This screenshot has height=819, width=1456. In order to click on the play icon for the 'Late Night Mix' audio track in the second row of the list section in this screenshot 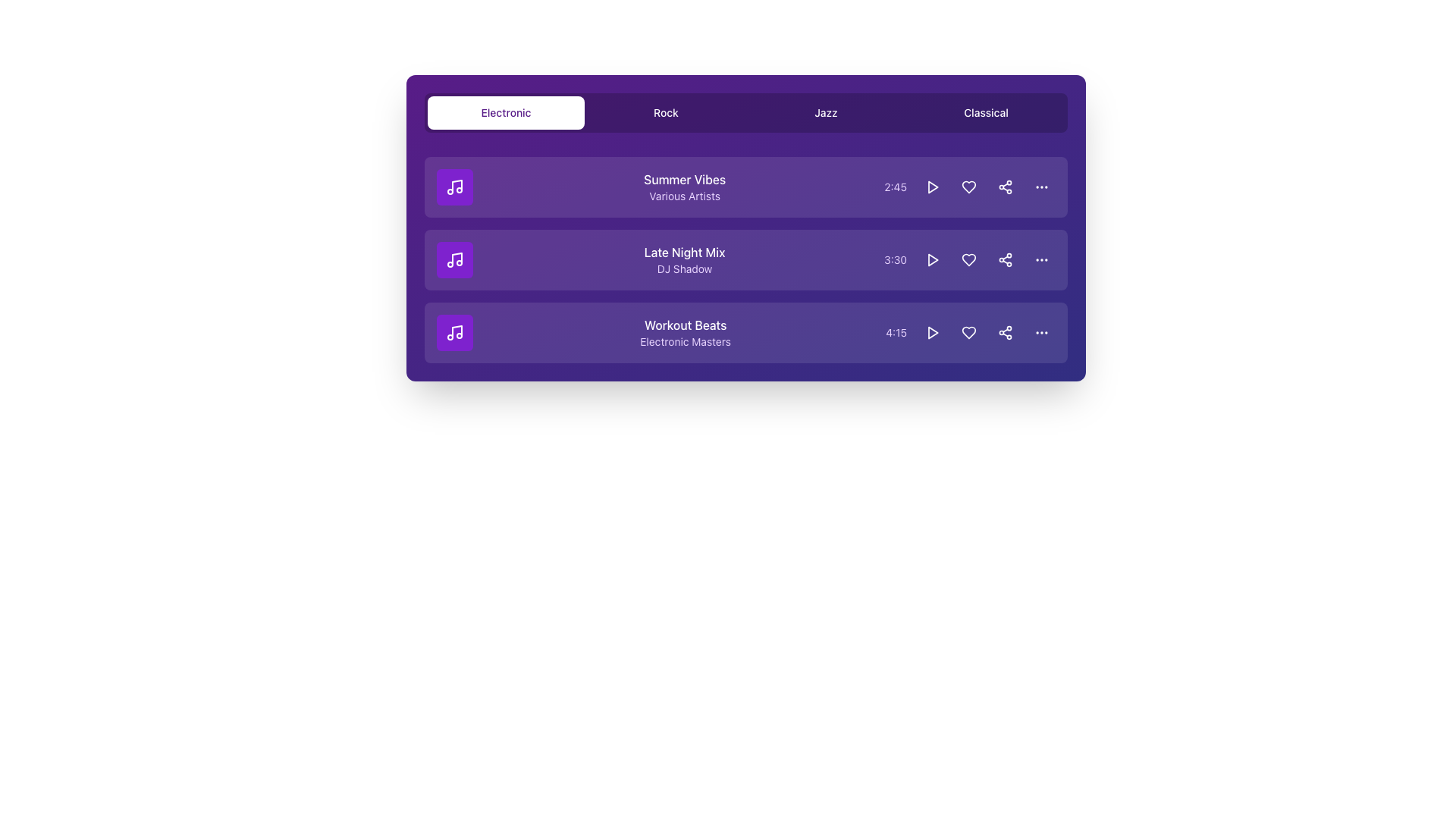, I will do `click(932, 259)`.